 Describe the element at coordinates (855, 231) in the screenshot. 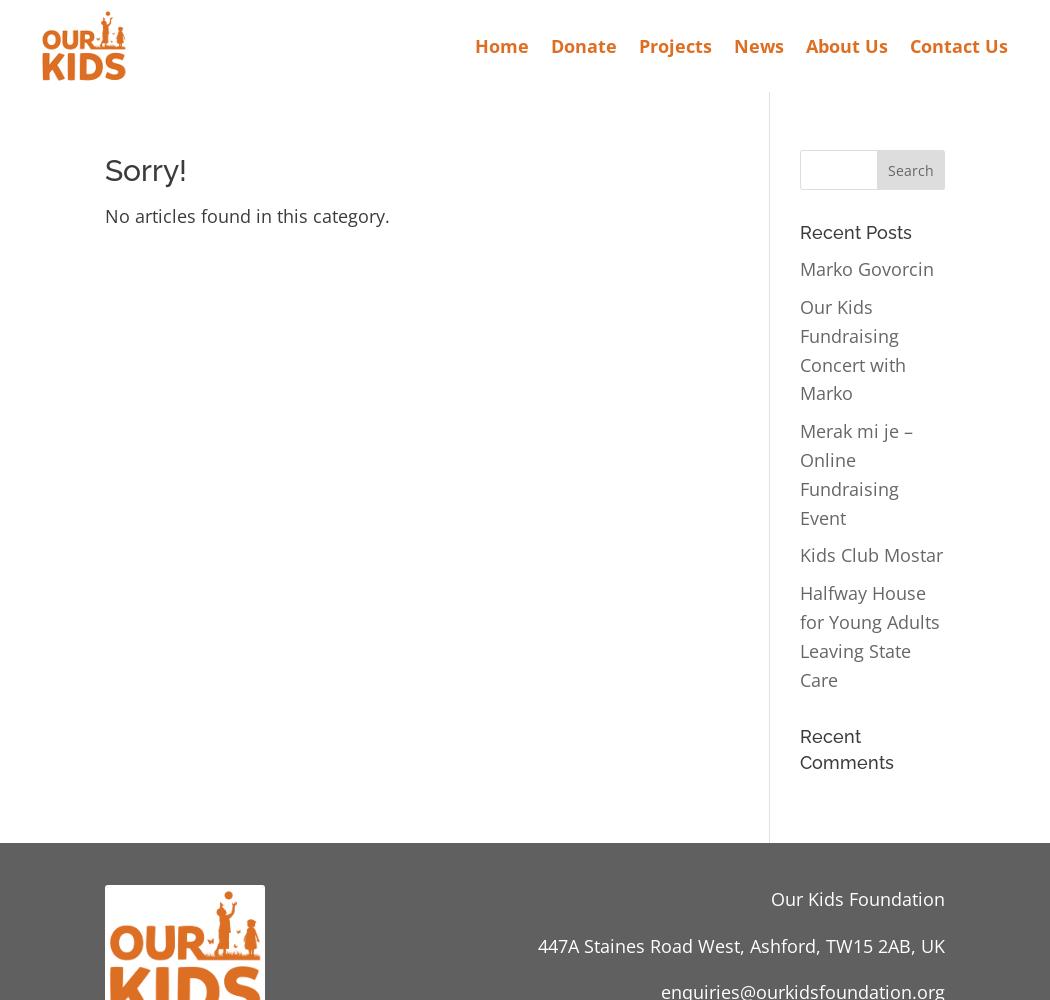

I see `'Recent Posts'` at that location.